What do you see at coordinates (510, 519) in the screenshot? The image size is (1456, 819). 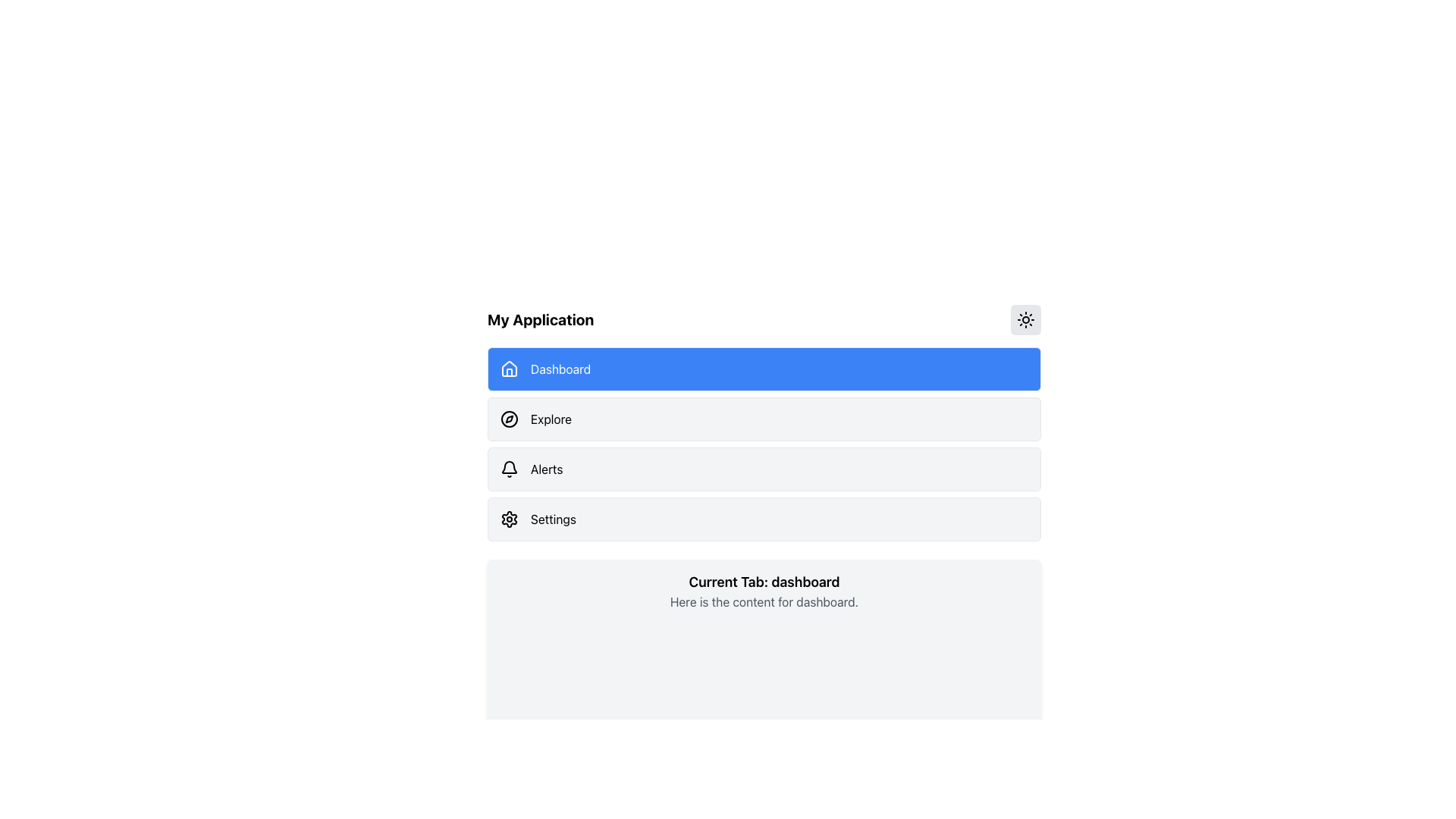 I see `the gear icon located at the top-right corner of the header bar to potentially view a tooltip or highlight the icon` at bounding box center [510, 519].